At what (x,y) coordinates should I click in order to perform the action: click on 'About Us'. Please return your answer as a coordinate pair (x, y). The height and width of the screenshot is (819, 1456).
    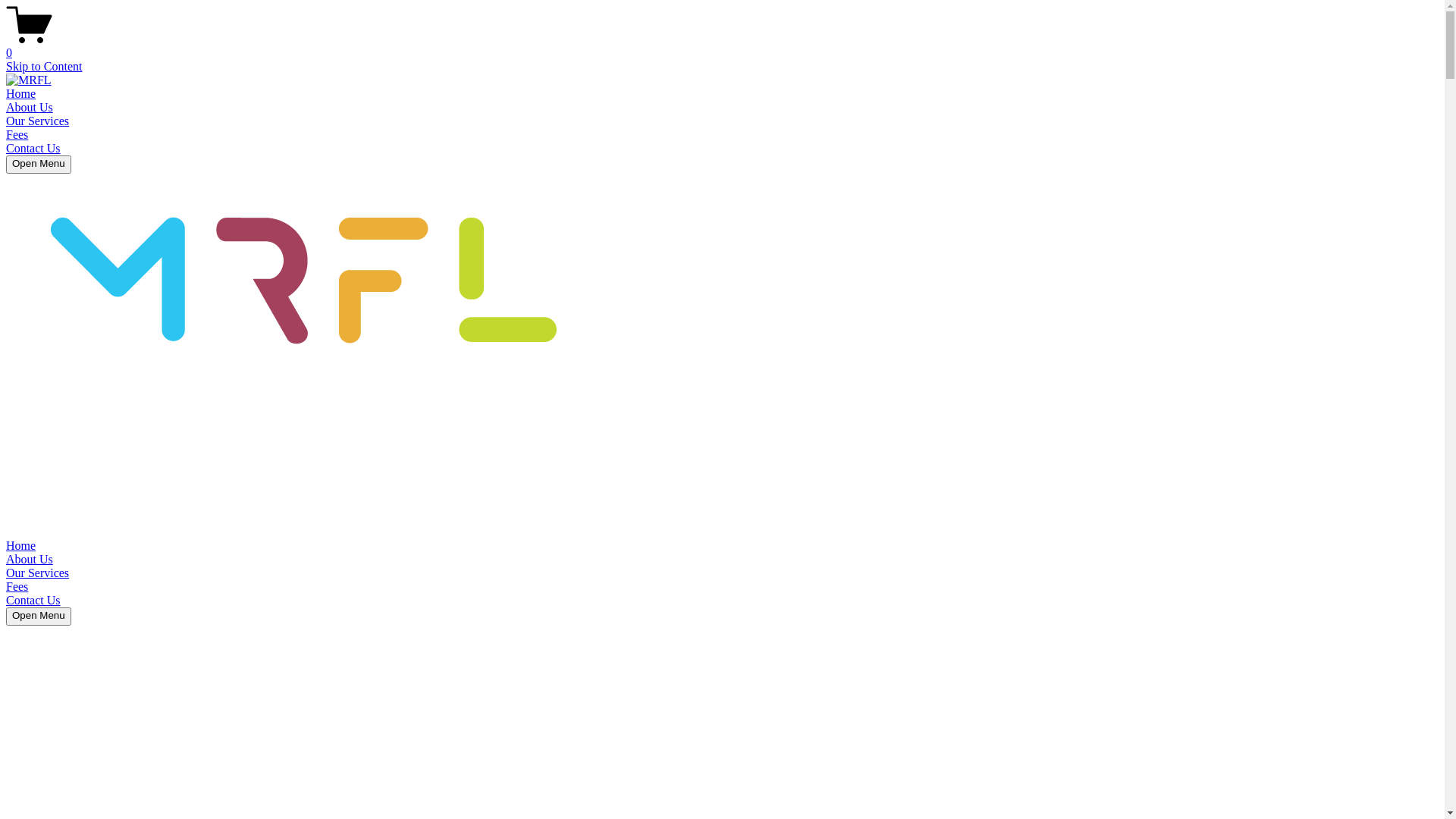
    Looking at the image, I should click on (29, 106).